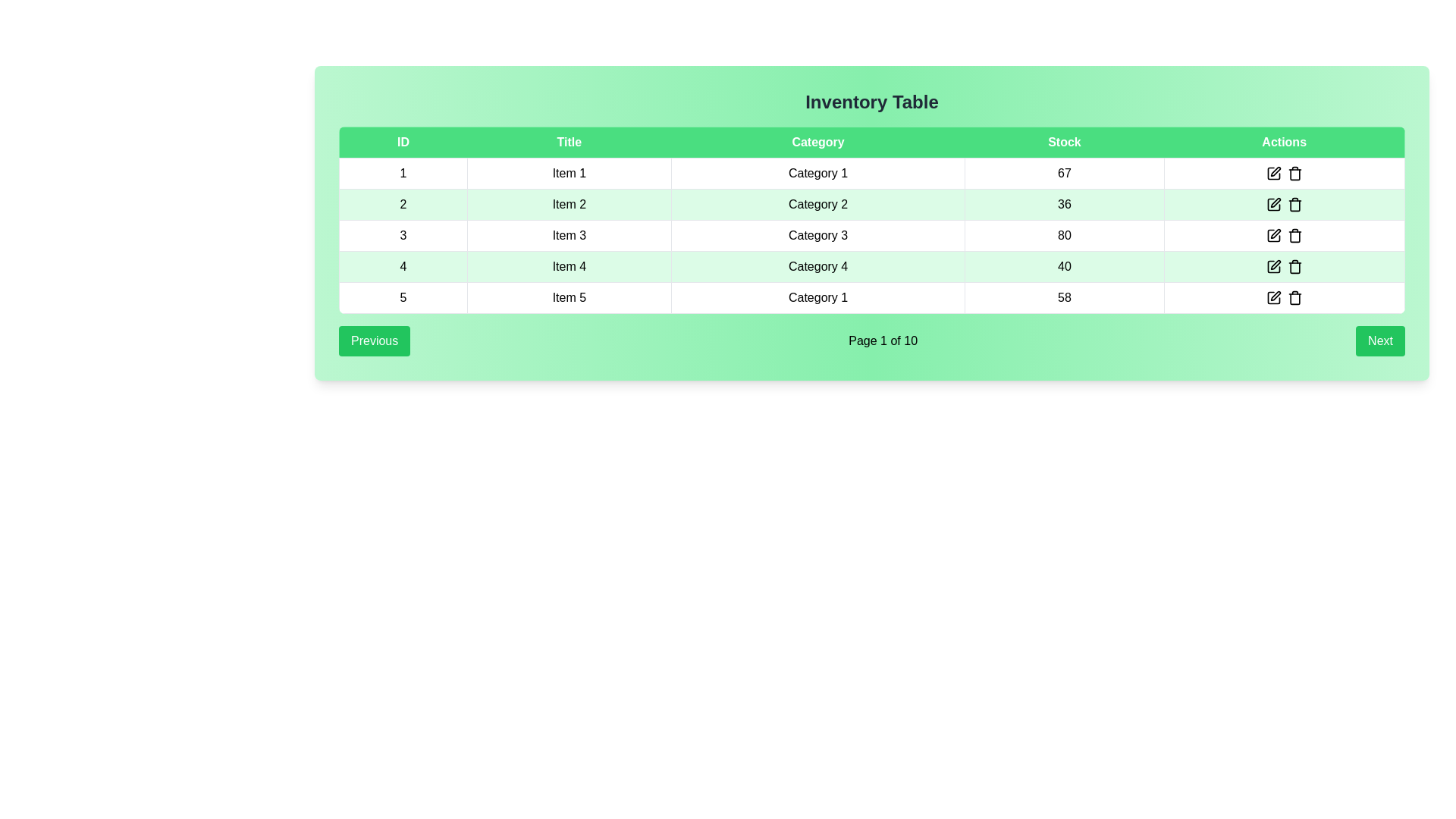 This screenshot has width=1456, height=819. What do you see at coordinates (568, 205) in the screenshot?
I see `the text cell displaying the title of an item` at bounding box center [568, 205].